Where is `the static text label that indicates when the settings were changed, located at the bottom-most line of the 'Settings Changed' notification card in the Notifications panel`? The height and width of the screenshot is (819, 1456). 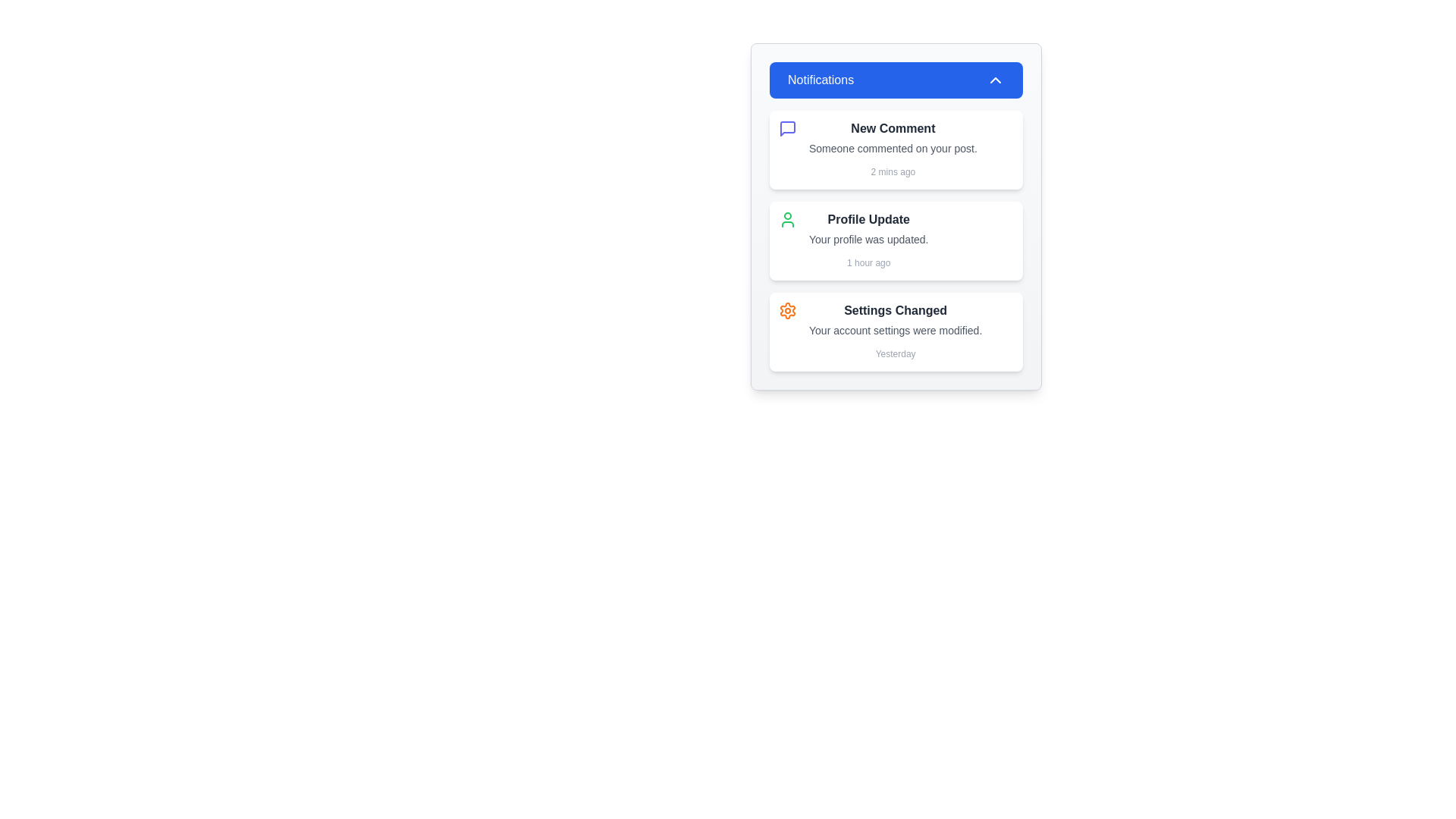
the static text label that indicates when the settings were changed, located at the bottom-most line of the 'Settings Changed' notification card in the Notifications panel is located at coordinates (896, 353).